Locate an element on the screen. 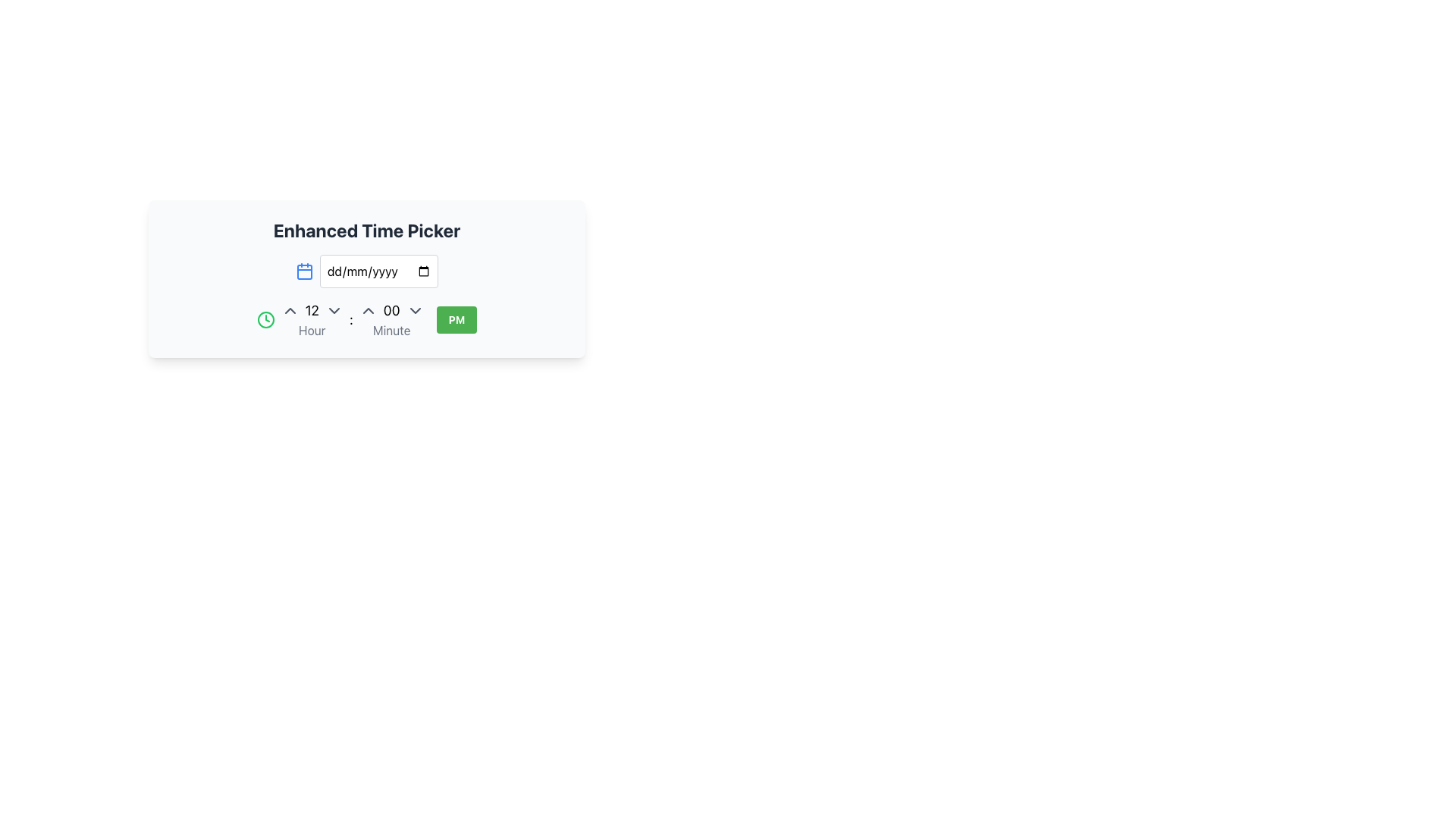 Image resolution: width=1456 pixels, height=819 pixels. the upward adjustment button located to the immediate left of the numeric display '12' in the hour picker interface to indicate interactivity is located at coordinates (290, 309).